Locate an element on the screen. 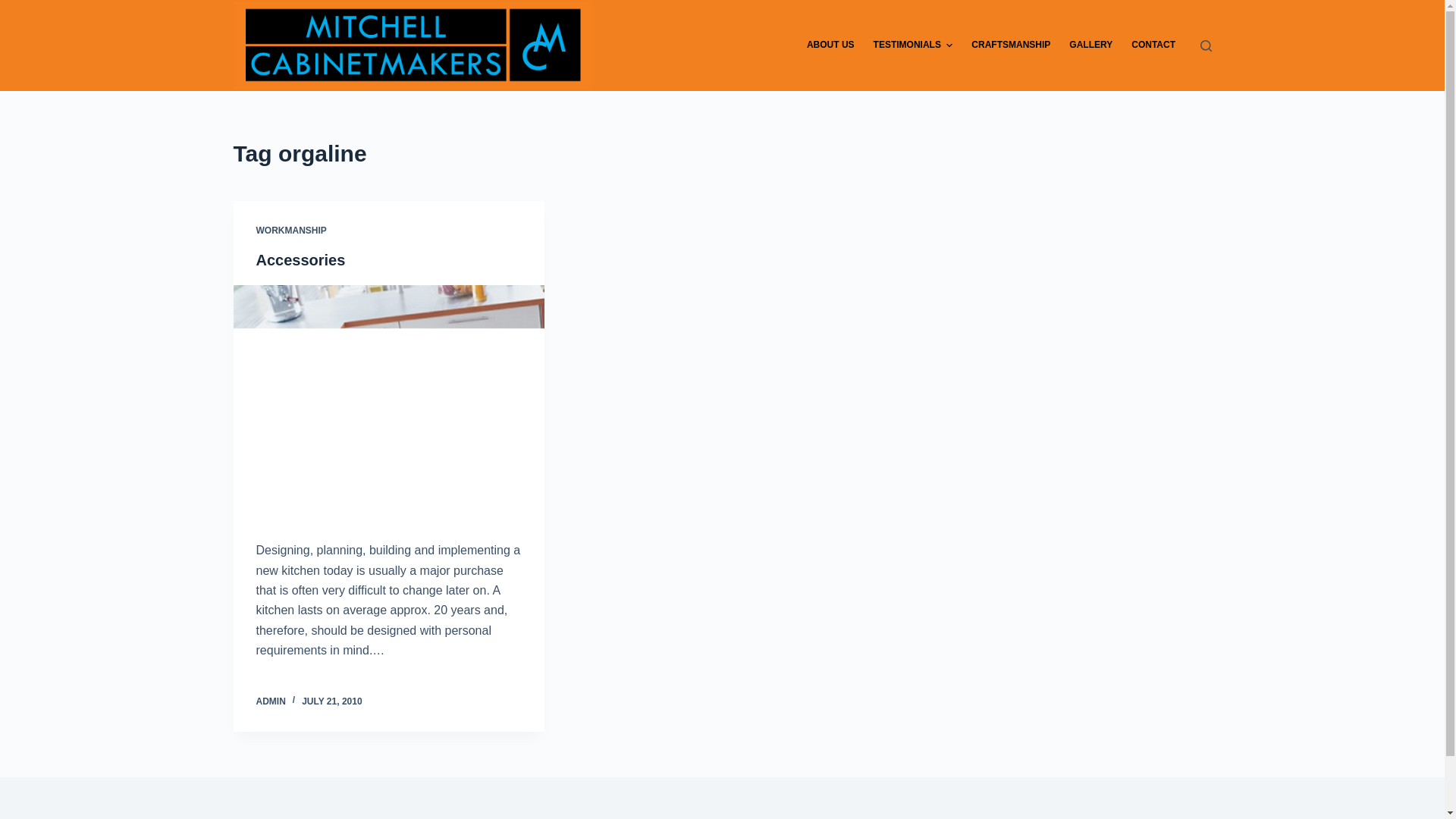  'WORKMANSHIP' is located at coordinates (291, 231).